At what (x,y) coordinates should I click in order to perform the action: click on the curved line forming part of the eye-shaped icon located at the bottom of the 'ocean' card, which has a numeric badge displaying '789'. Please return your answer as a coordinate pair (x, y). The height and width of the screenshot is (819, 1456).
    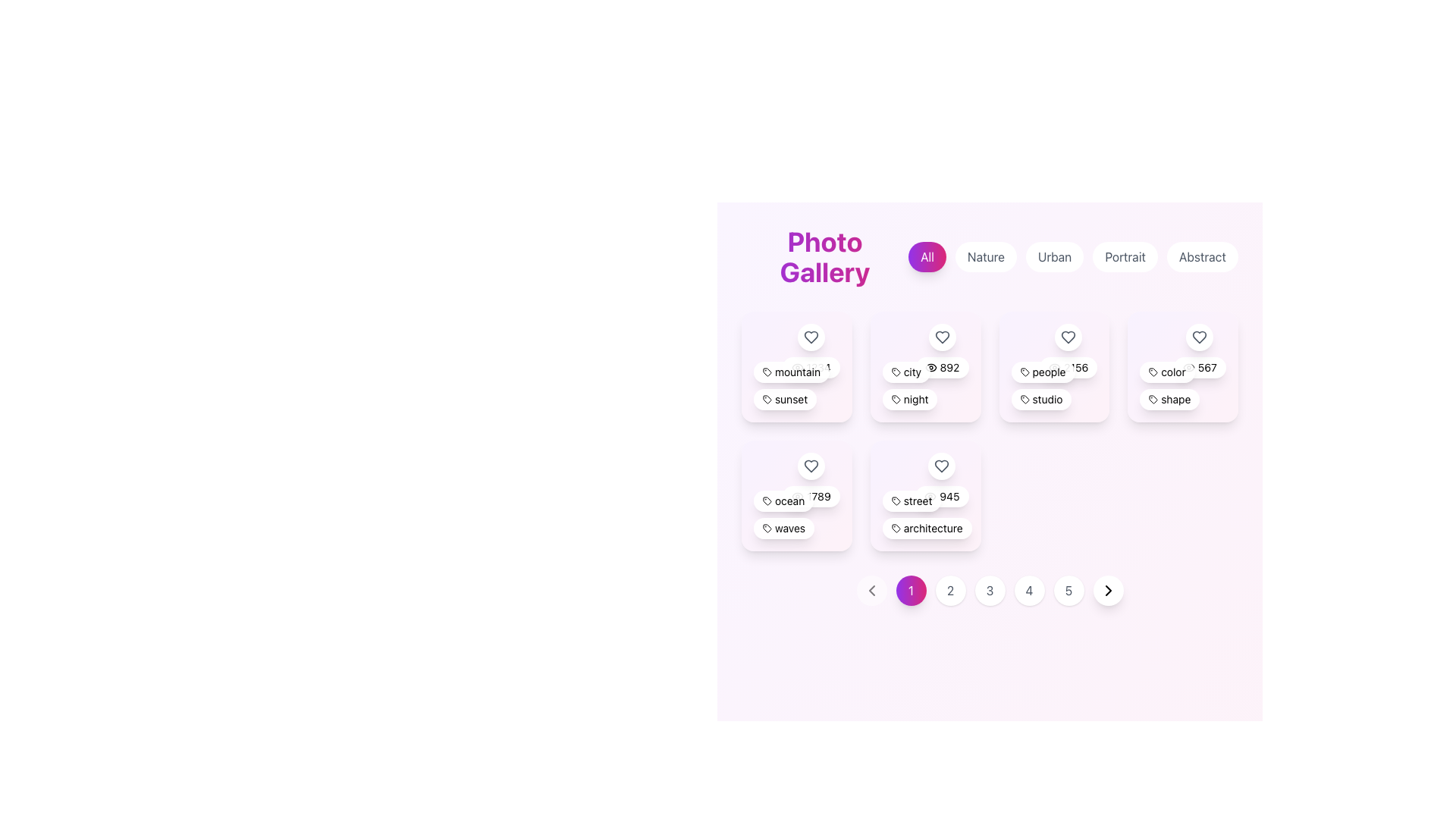
    Looking at the image, I should click on (797, 496).